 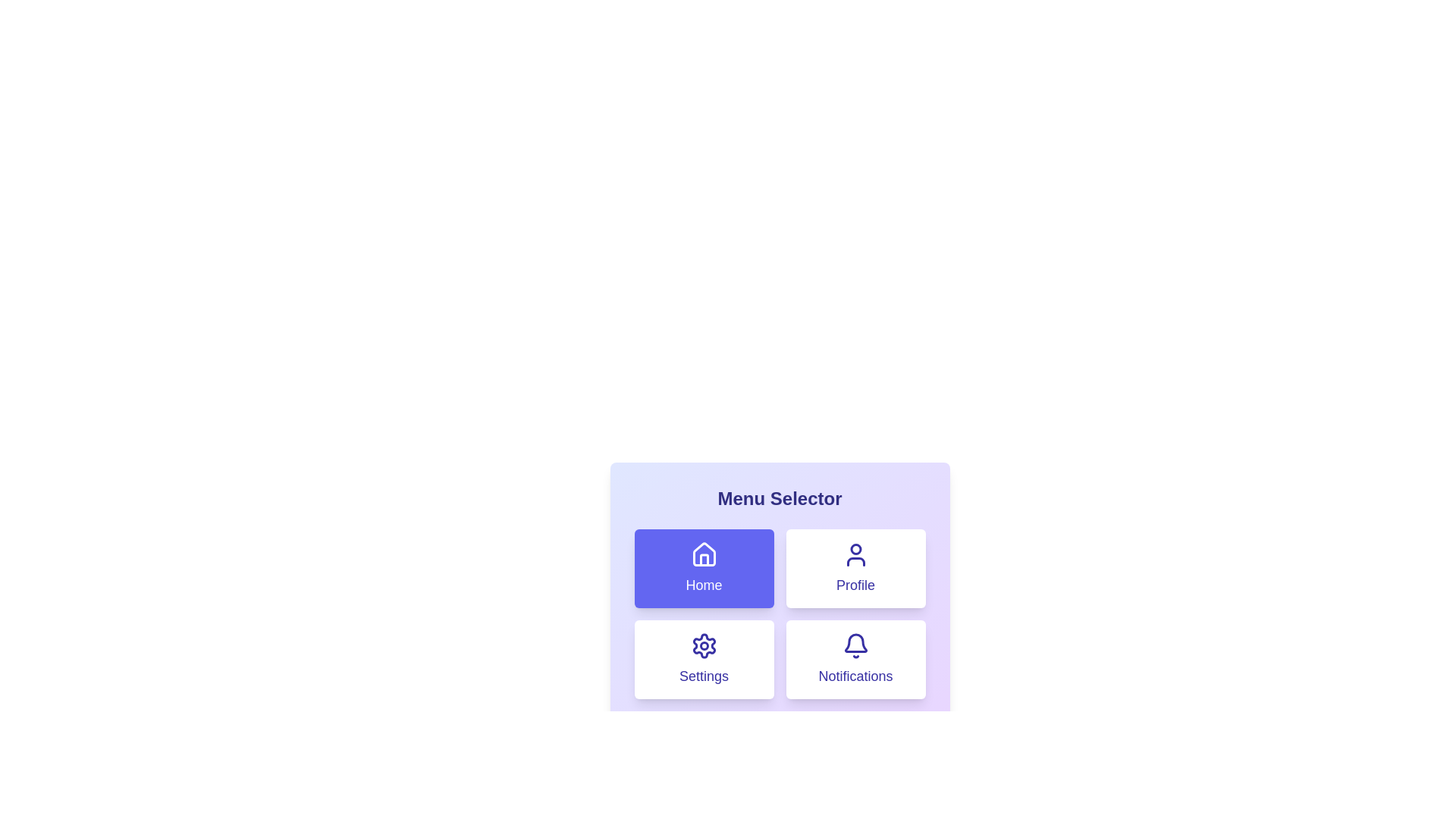 What do you see at coordinates (703, 659) in the screenshot?
I see `the menu option Settings to select it` at bounding box center [703, 659].